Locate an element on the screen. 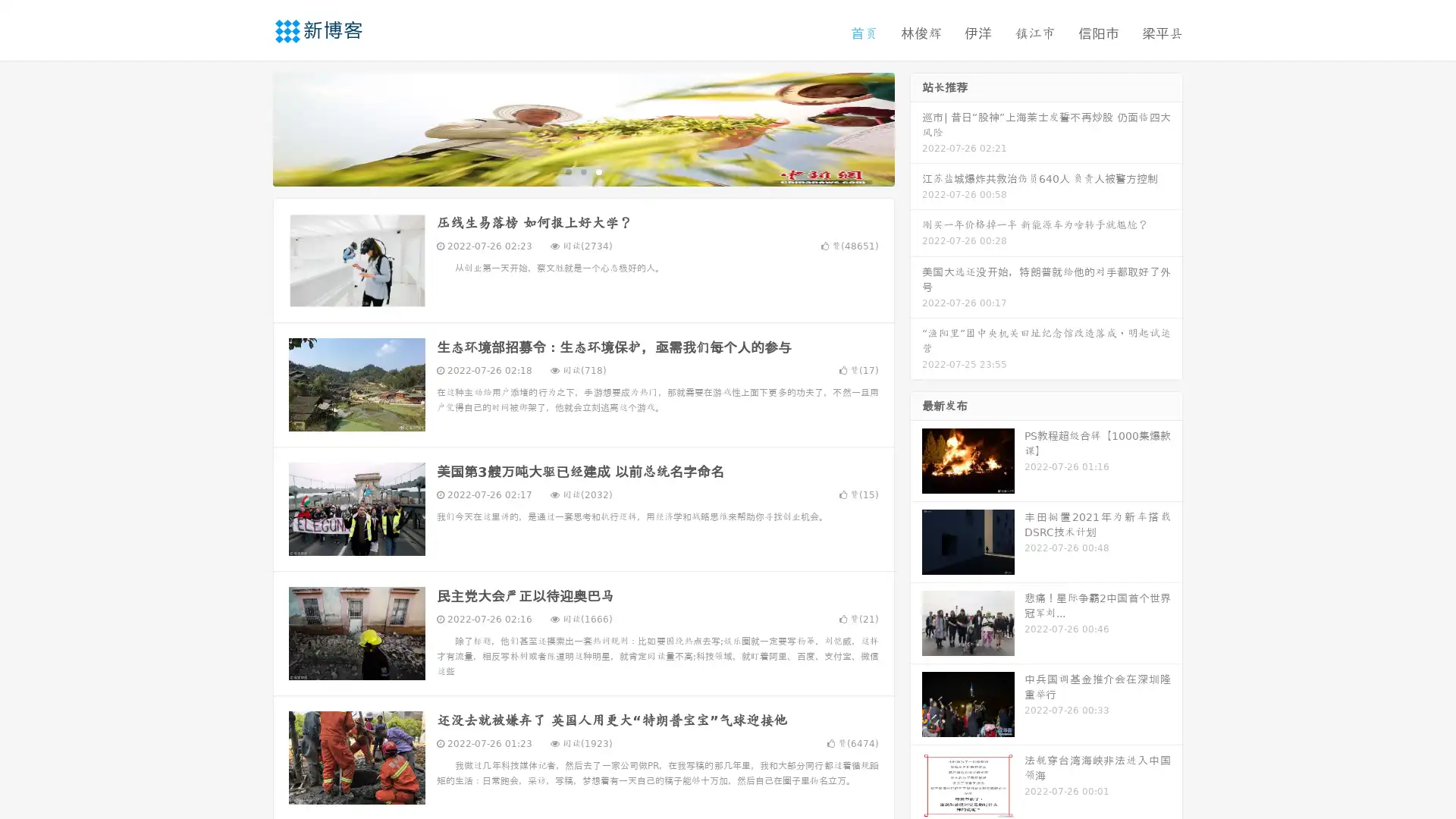  Go to slide 1 is located at coordinates (567, 171).